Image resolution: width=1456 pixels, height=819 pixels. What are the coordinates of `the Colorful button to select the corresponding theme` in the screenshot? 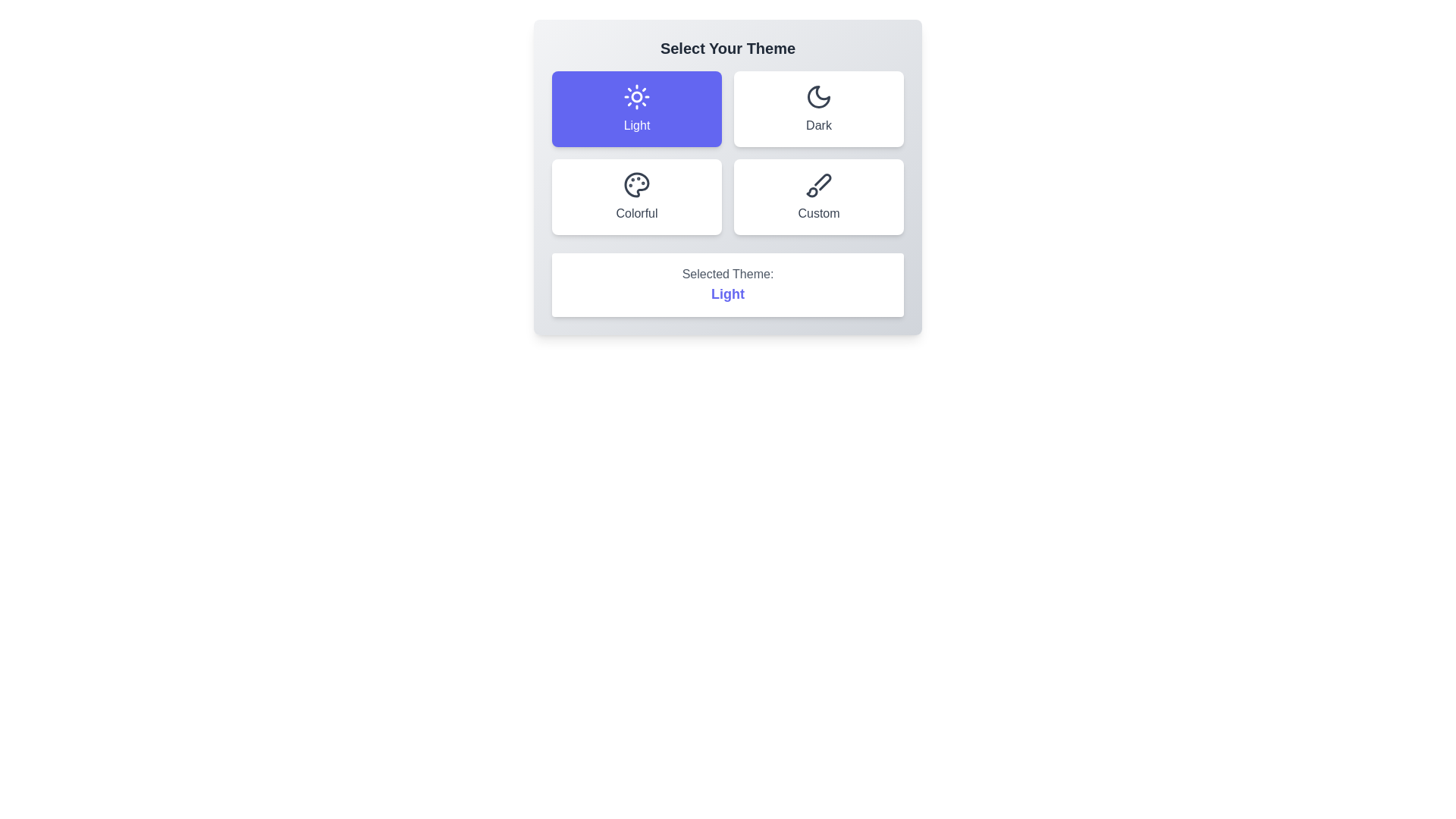 It's located at (637, 196).